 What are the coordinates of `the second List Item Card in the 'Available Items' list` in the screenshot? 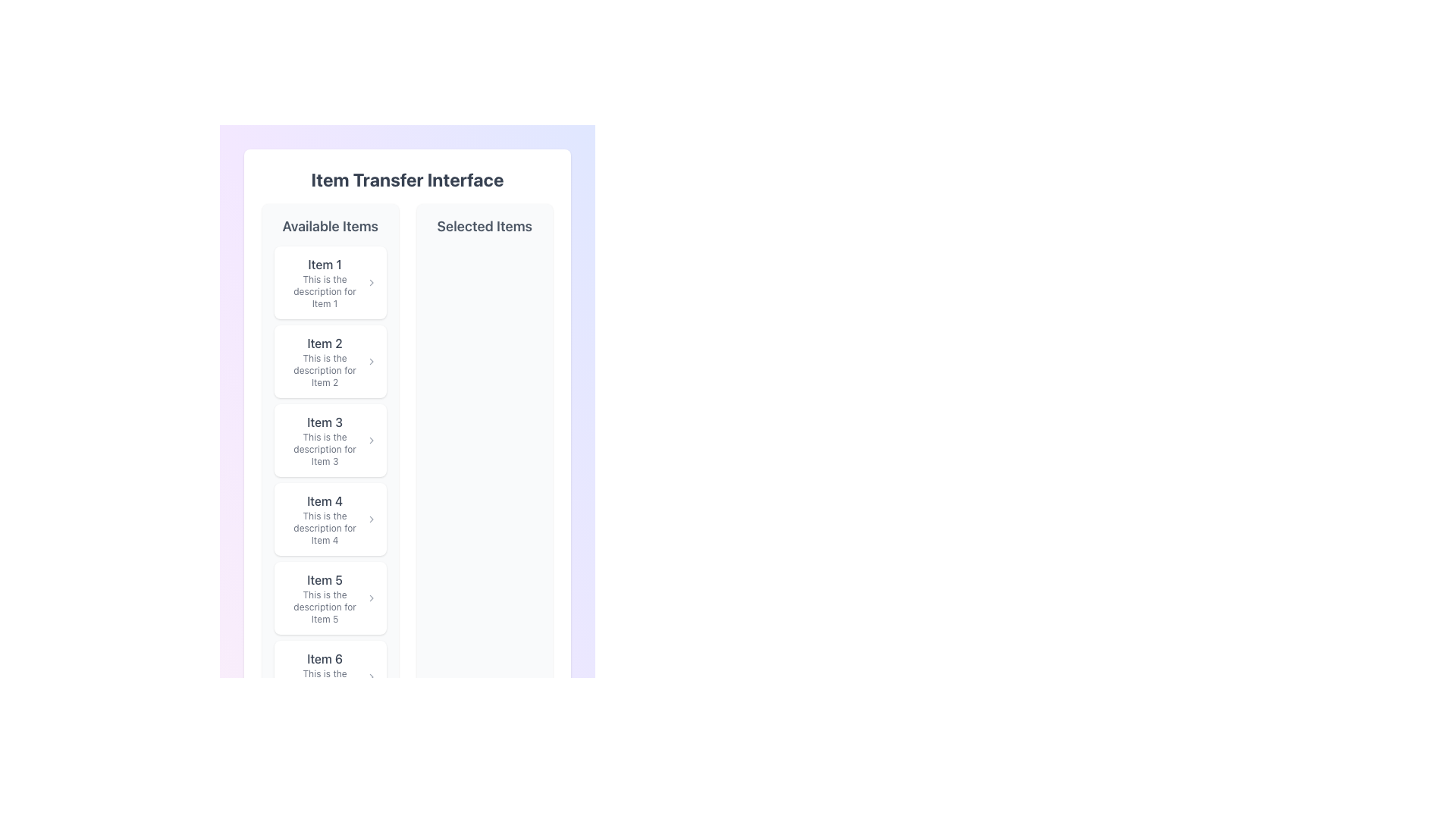 It's located at (329, 362).